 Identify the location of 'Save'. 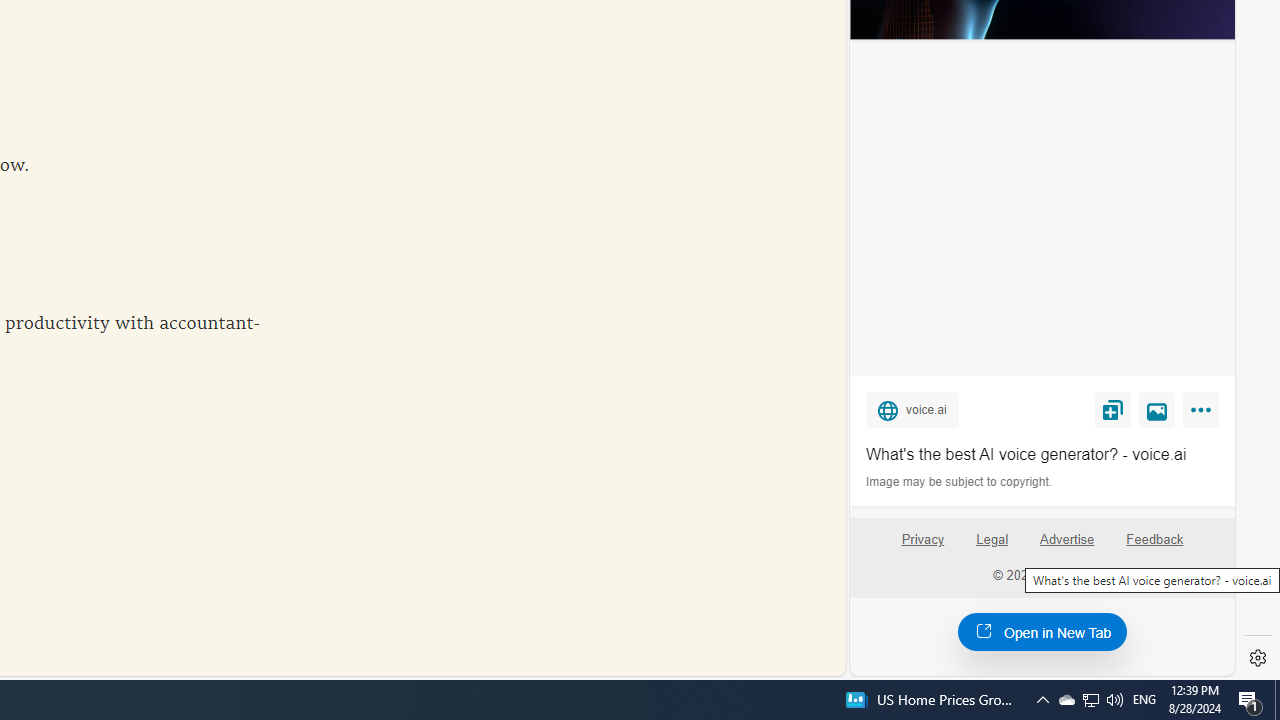
(1111, 408).